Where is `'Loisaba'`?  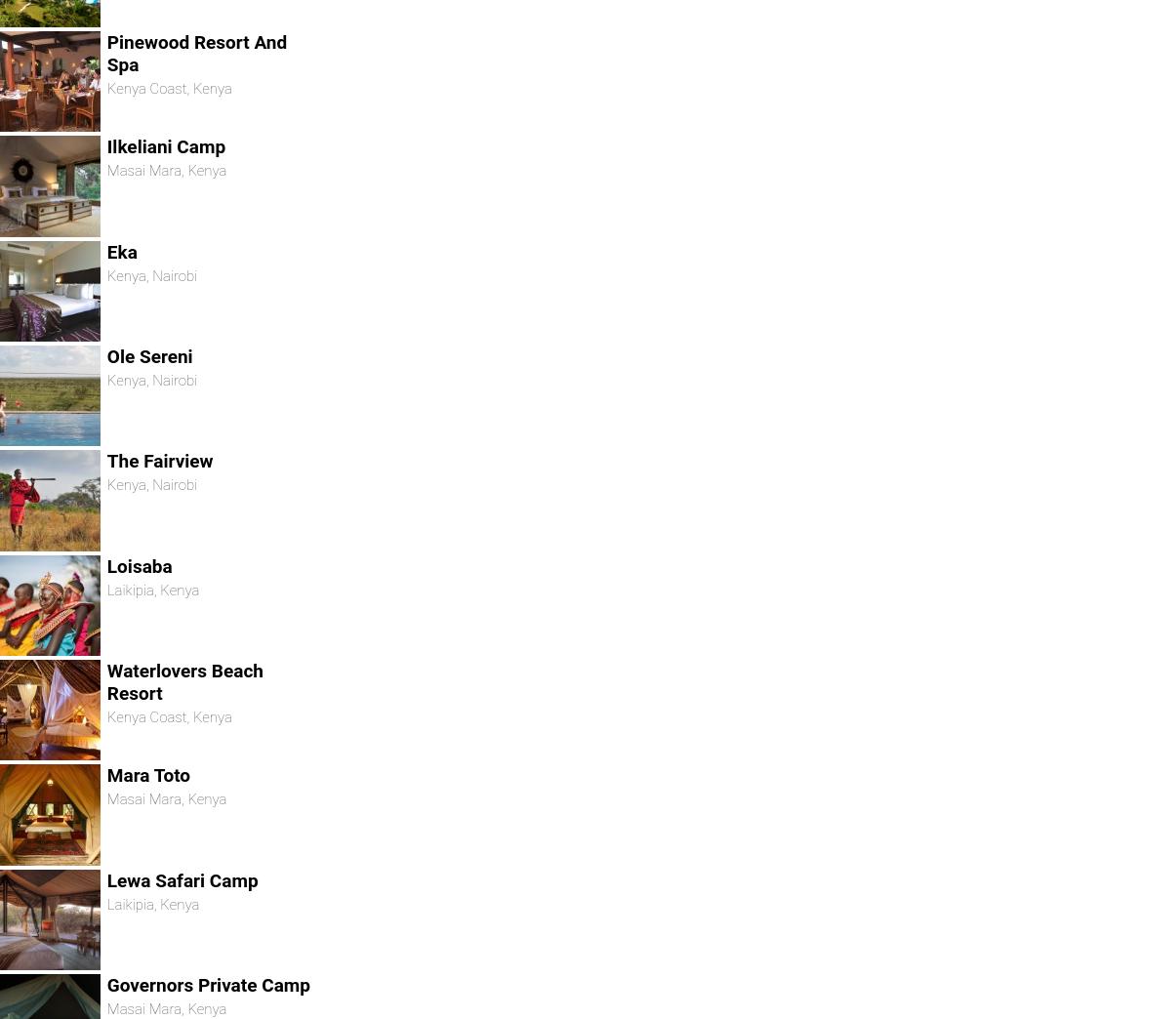
'Loisaba' is located at coordinates (105, 564).